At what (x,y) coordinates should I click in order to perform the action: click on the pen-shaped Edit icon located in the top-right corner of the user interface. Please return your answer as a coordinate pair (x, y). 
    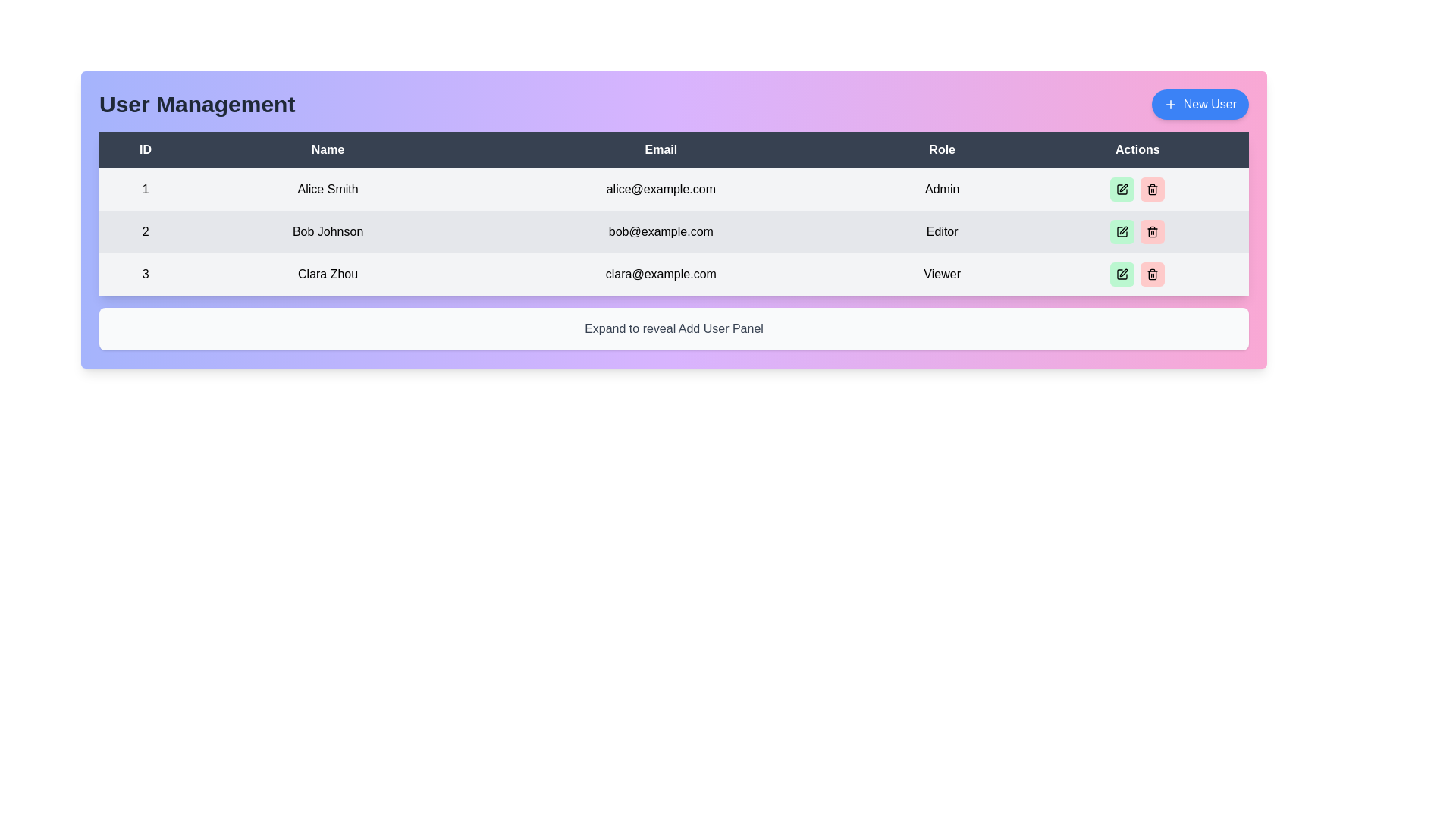
    Looking at the image, I should click on (1124, 187).